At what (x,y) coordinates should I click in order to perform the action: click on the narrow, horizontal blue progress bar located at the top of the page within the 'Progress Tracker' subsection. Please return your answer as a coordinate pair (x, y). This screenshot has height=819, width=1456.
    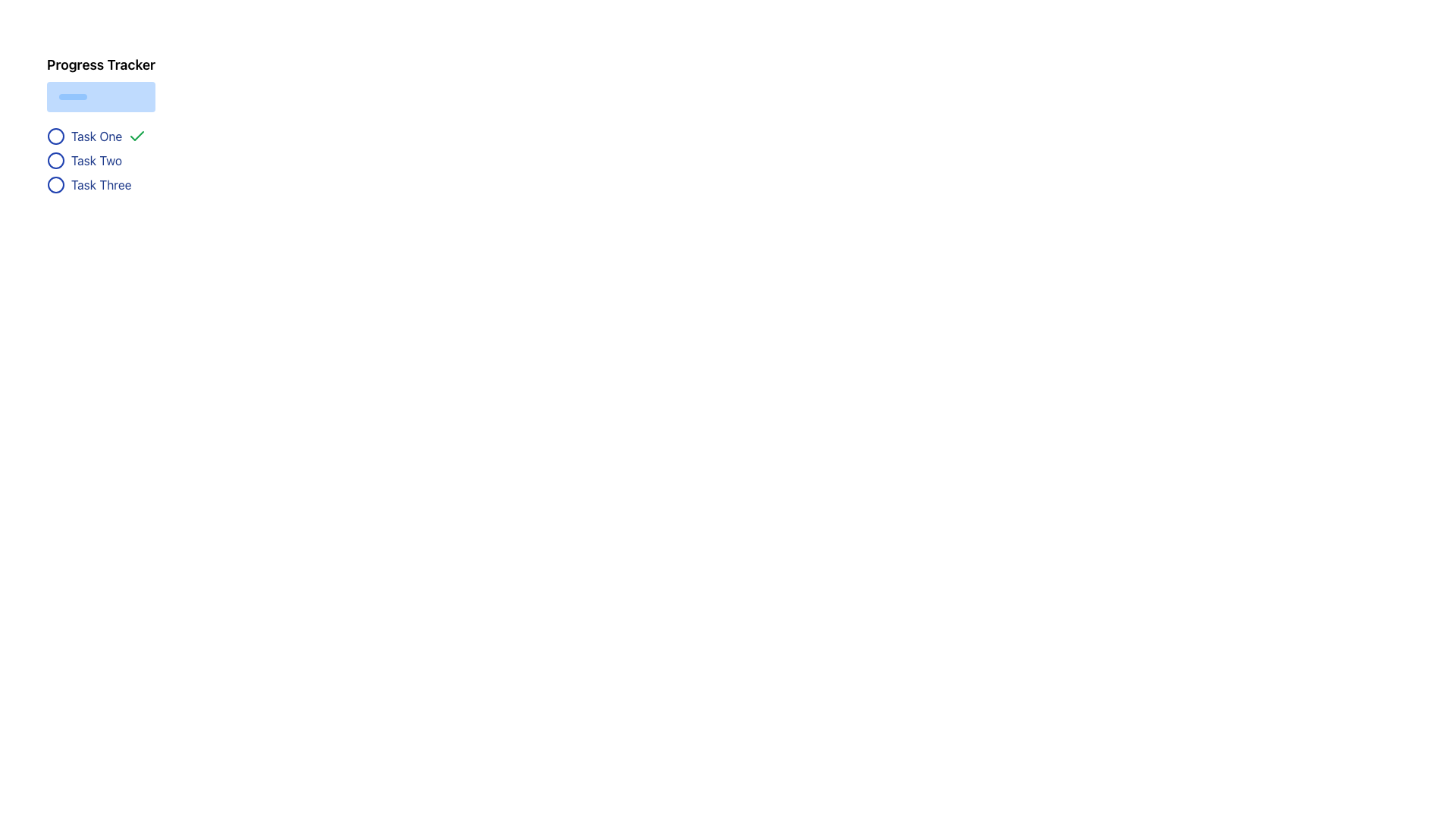
    Looking at the image, I should click on (72, 96).